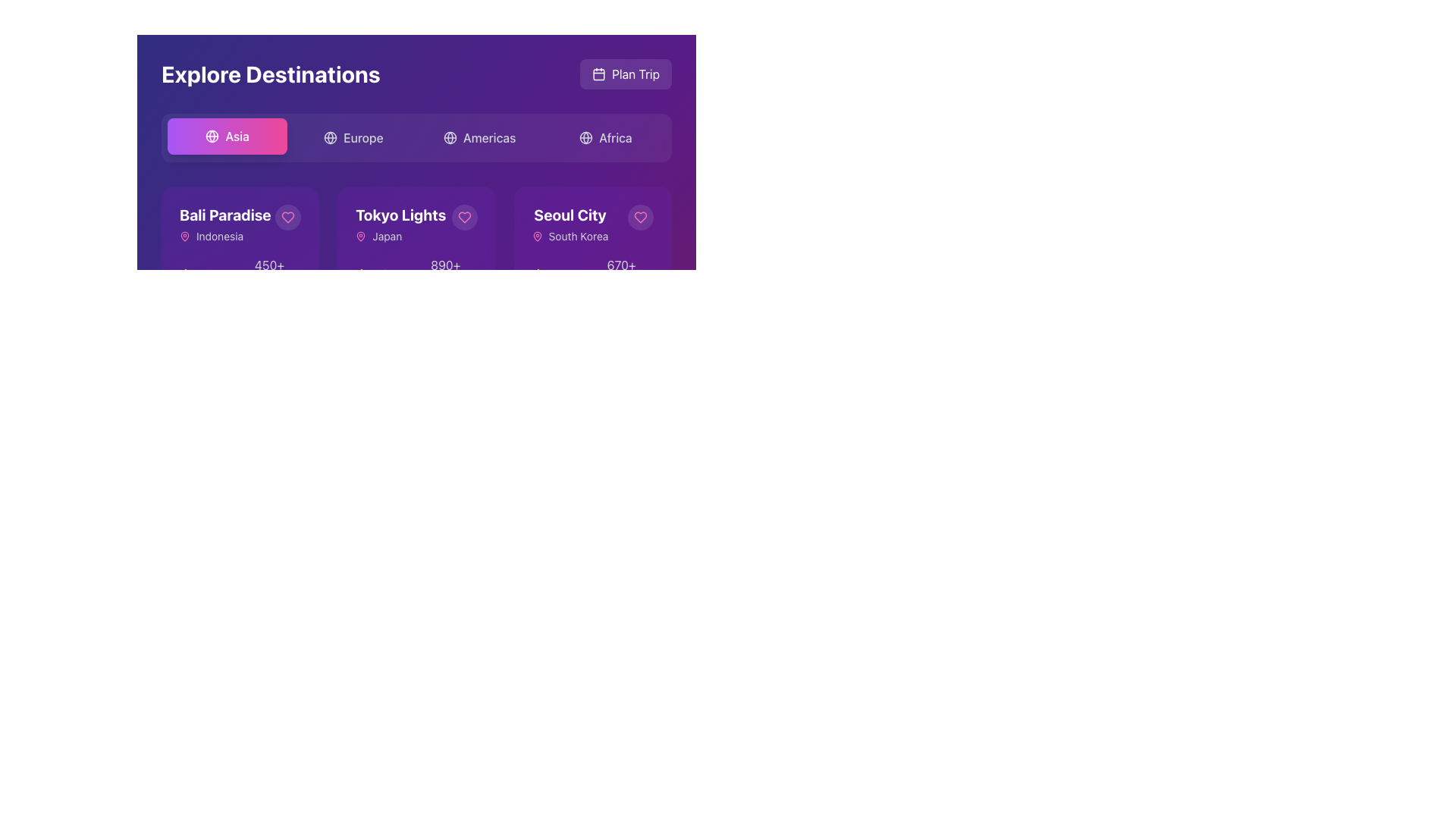  What do you see at coordinates (224, 237) in the screenshot?
I see `the location label element indicating 'Indonesia' below the title 'Bali Paradise' by moving the cursor to its center` at bounding box center [224, 237].